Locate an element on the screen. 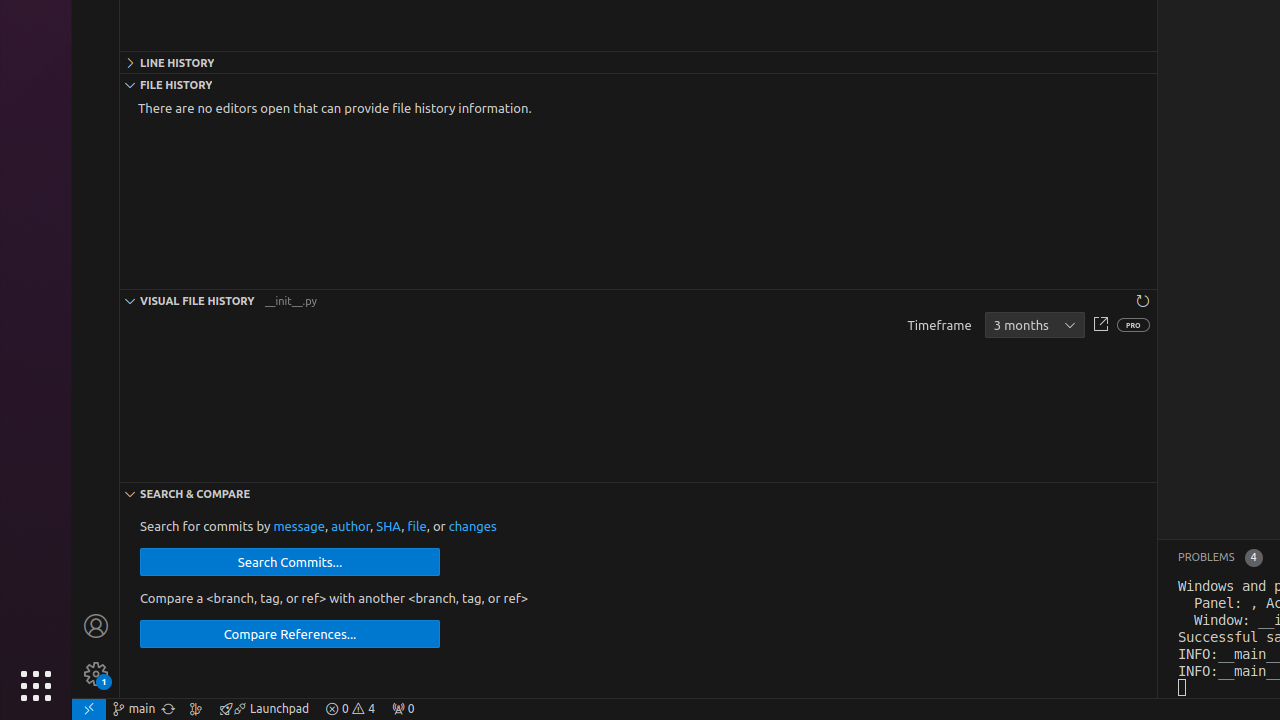  'OSWorld (Git) - main, Checkout Branch/Tag...' is located at coordinates (133, 707).